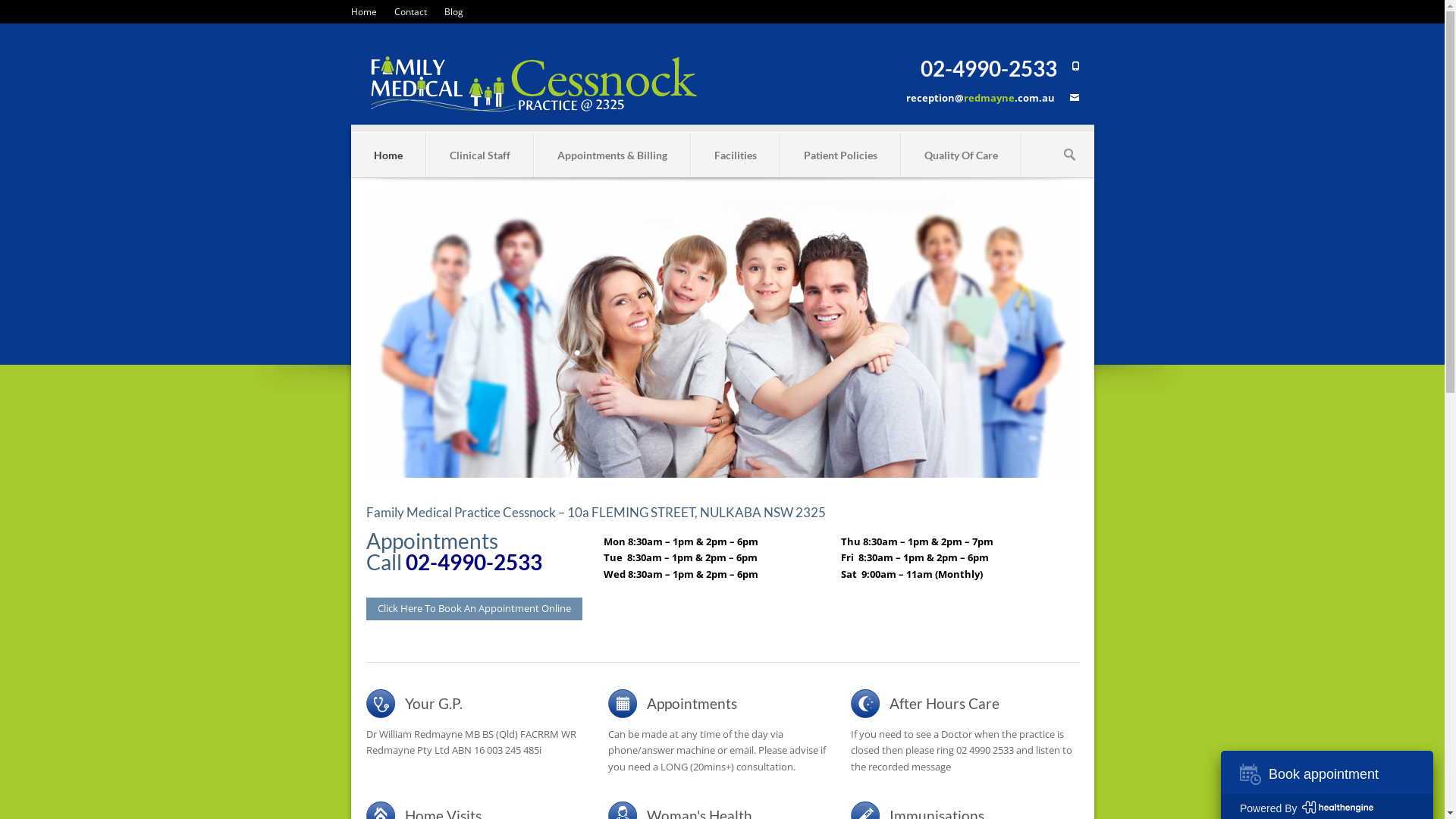  Describe the element at coordinates (472, 607) in the screenshot. I see `'Click Here To Book An Appointment Online'` at that location.